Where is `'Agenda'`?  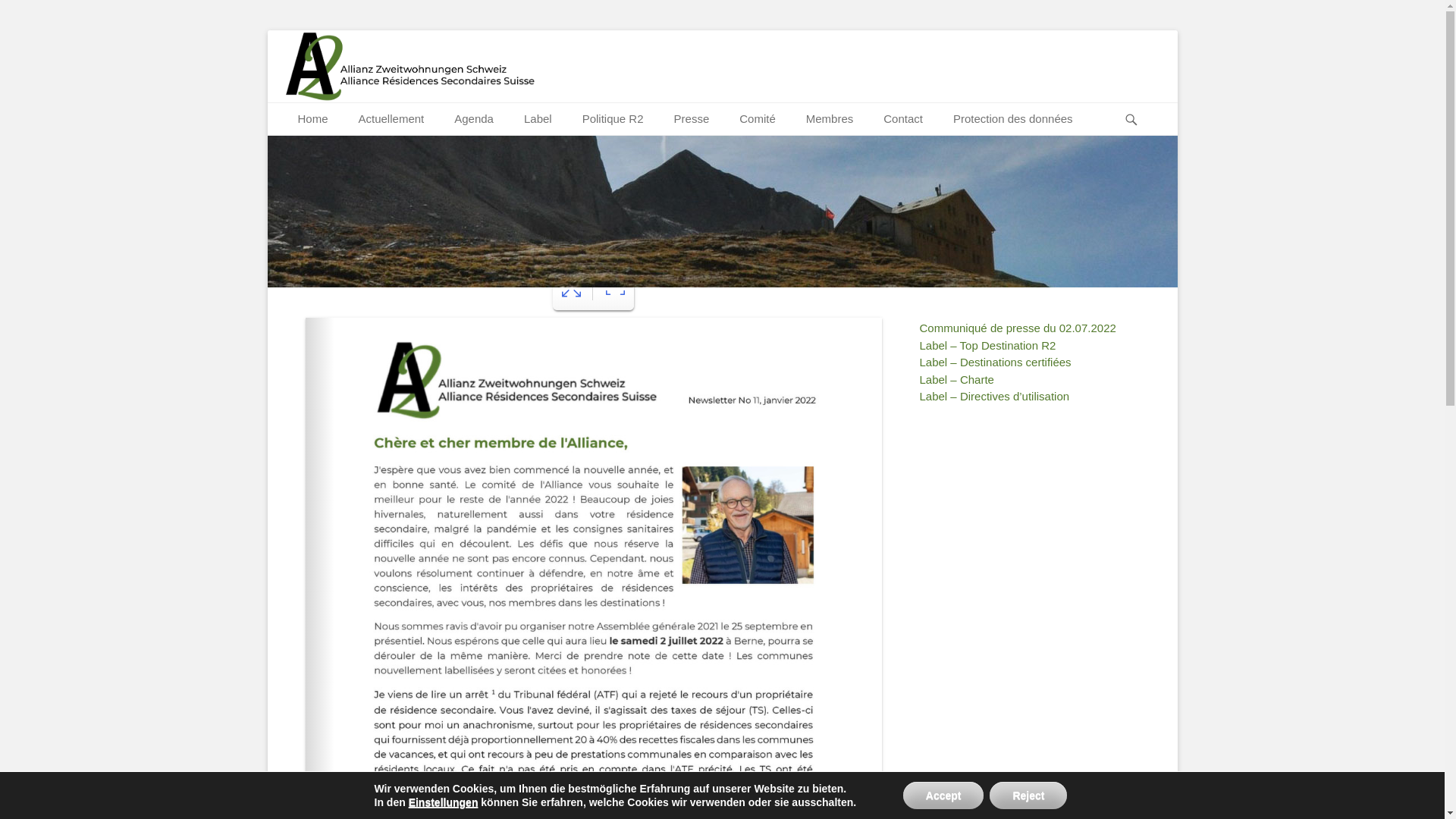 'Agenda' is located at coordinates (438, 118).